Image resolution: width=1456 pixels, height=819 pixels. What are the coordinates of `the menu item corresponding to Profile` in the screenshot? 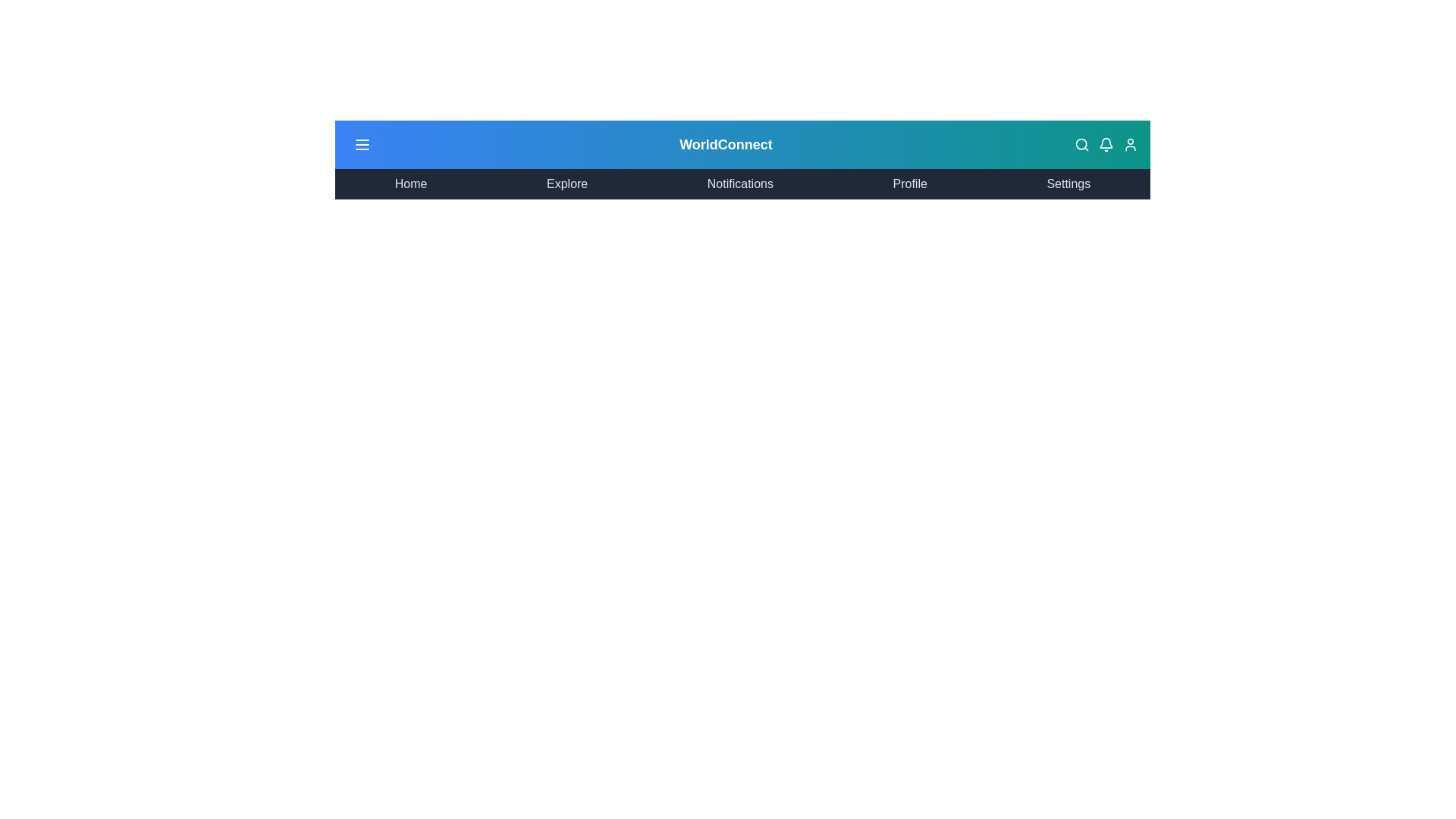 It's located at (910, 184).